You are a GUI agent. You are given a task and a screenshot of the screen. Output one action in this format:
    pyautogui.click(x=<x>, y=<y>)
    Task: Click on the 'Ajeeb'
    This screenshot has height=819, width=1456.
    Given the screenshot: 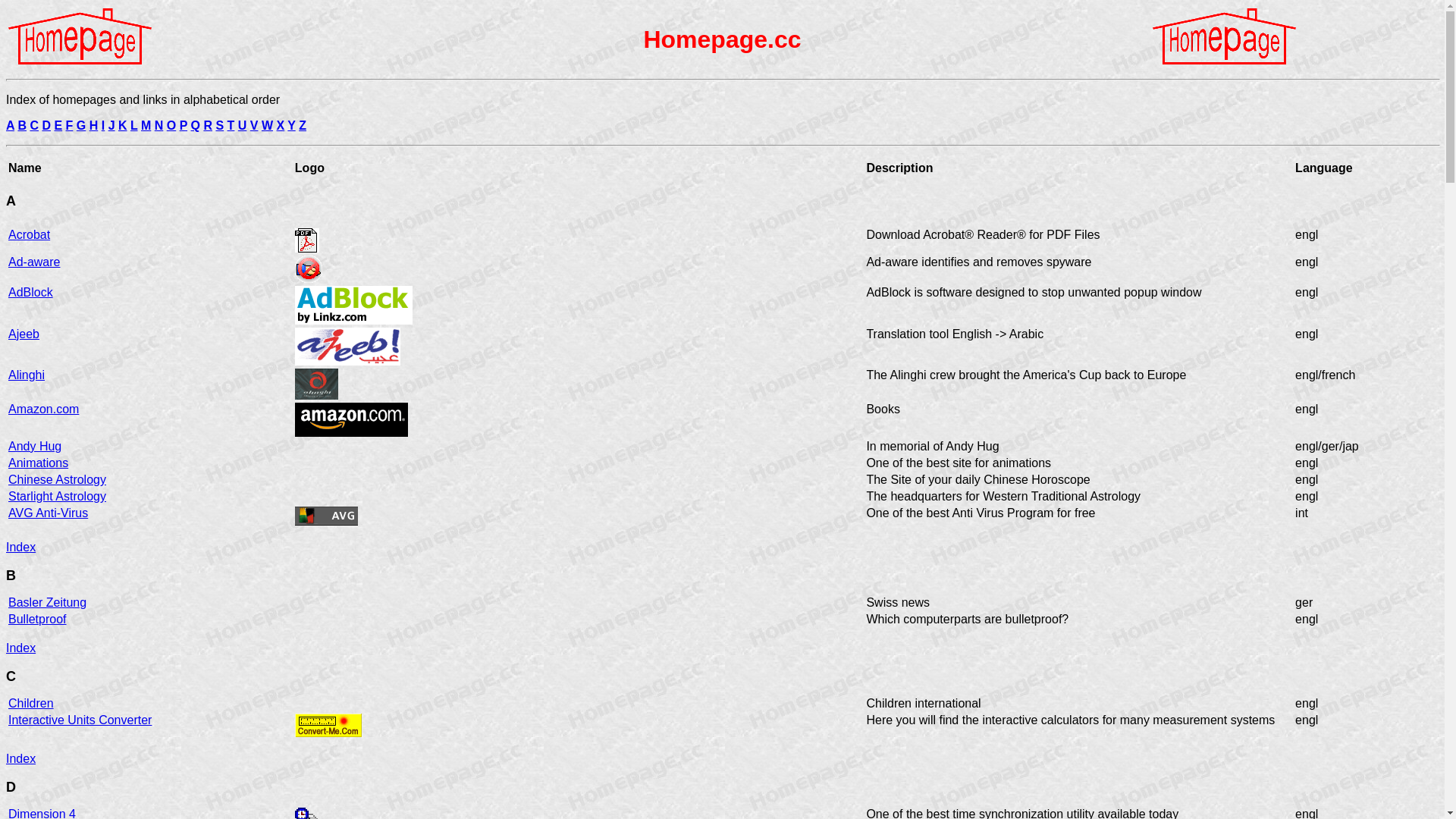 What is the action you would take?
    pyautogui.click(x=24, y=333)
    